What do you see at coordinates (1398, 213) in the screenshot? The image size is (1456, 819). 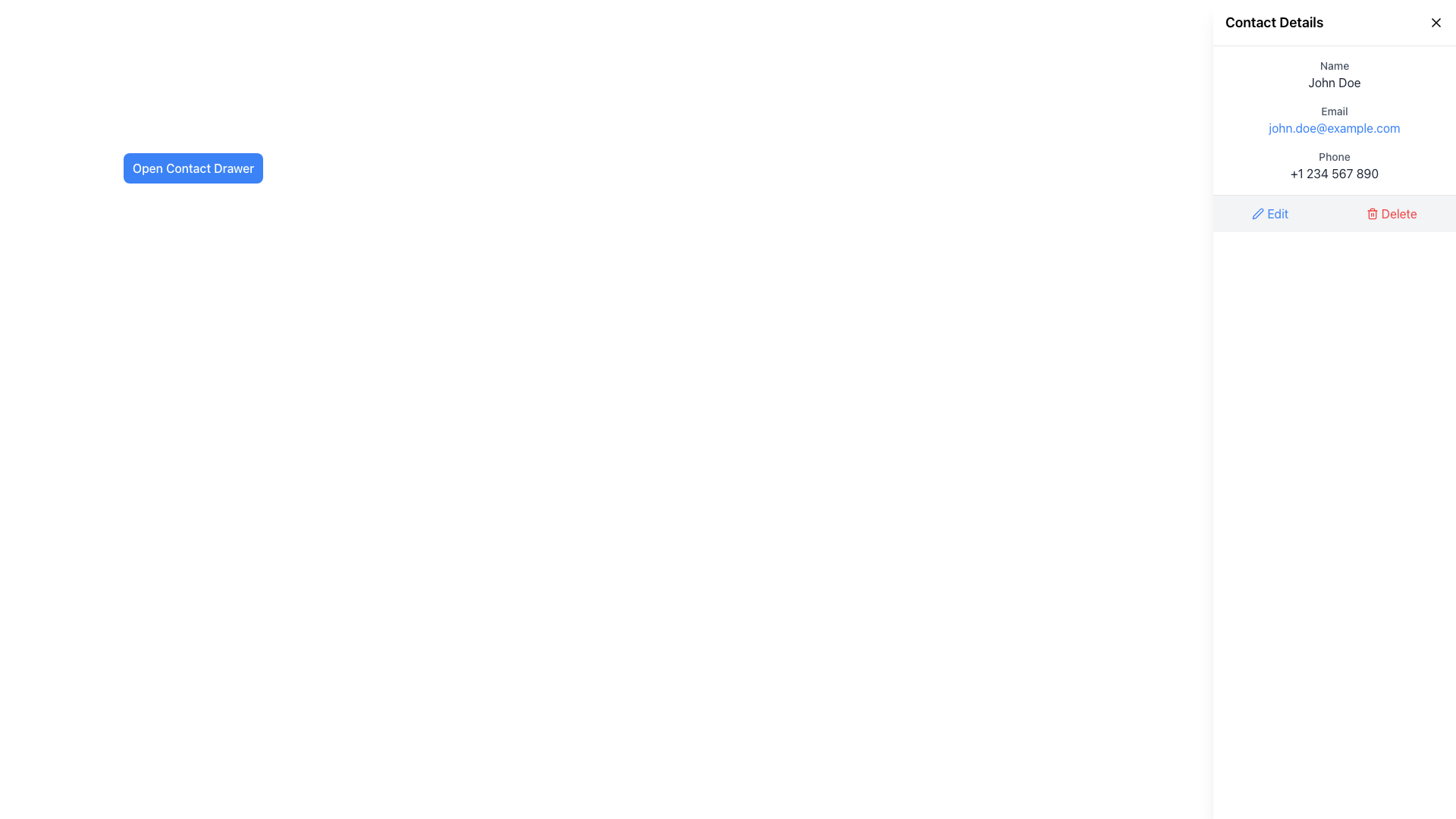 I see `the red text label reading 'Delete' located in the bottom-right section of the contact details interface, positioned to the right of the trash bin icon` at bounding box center [1398, 213].